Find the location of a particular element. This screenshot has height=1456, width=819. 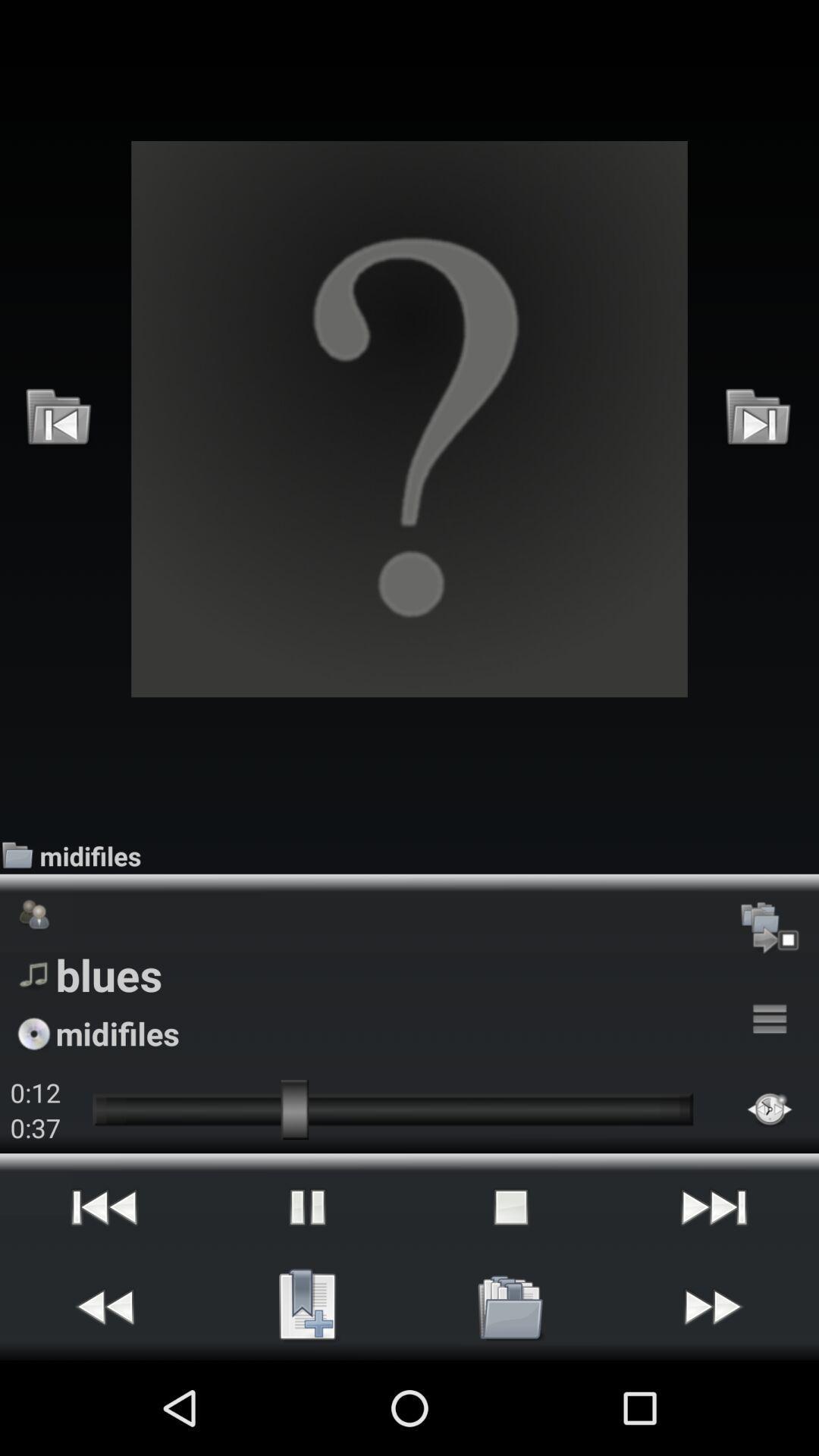

the icon at the top right corner is located at coordinates (758, 419).